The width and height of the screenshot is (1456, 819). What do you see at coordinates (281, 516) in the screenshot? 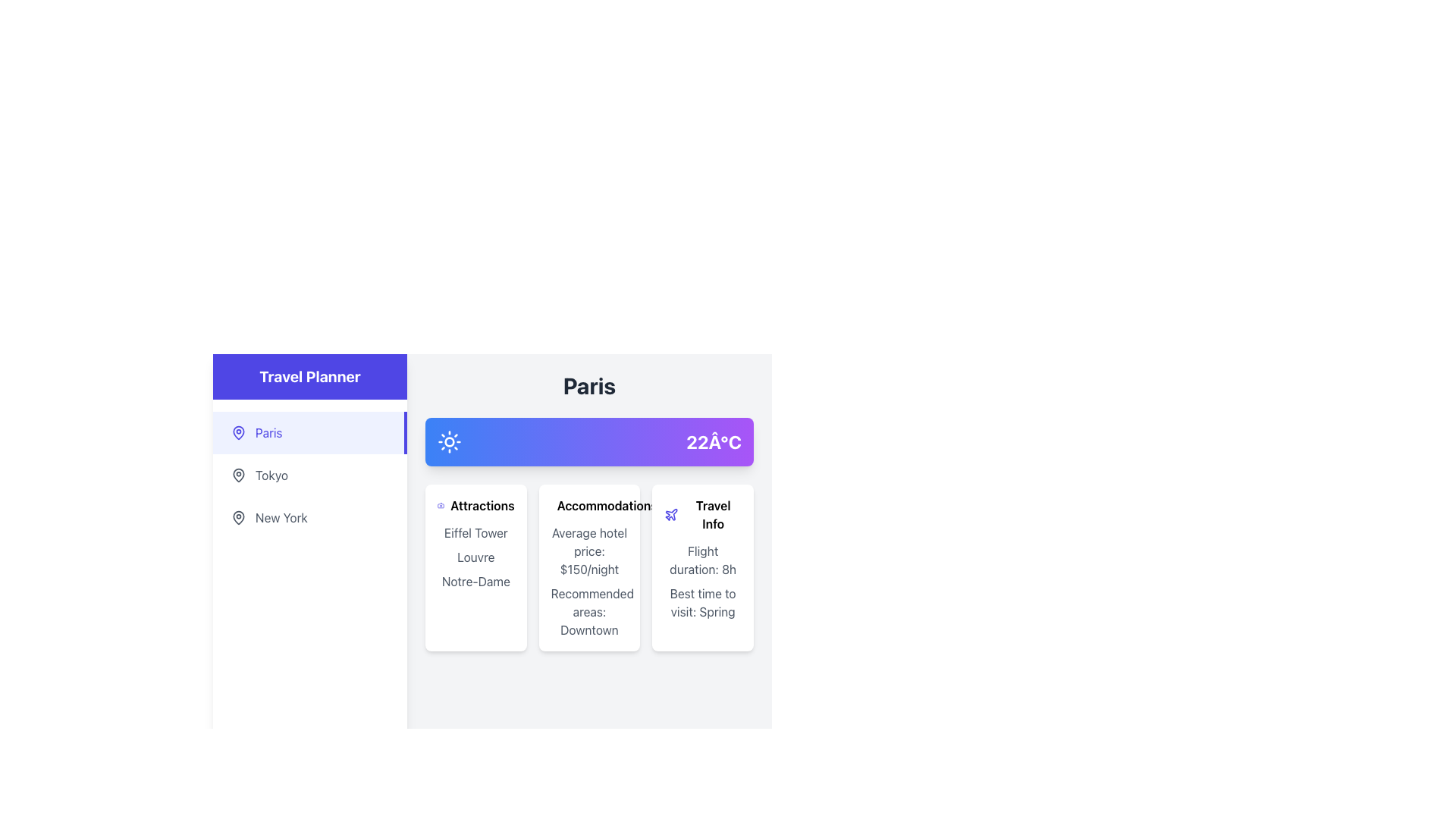
I see `the 'New York' text label in the sidebar under 'Travel Planner'` at bounding box center [281, 516].